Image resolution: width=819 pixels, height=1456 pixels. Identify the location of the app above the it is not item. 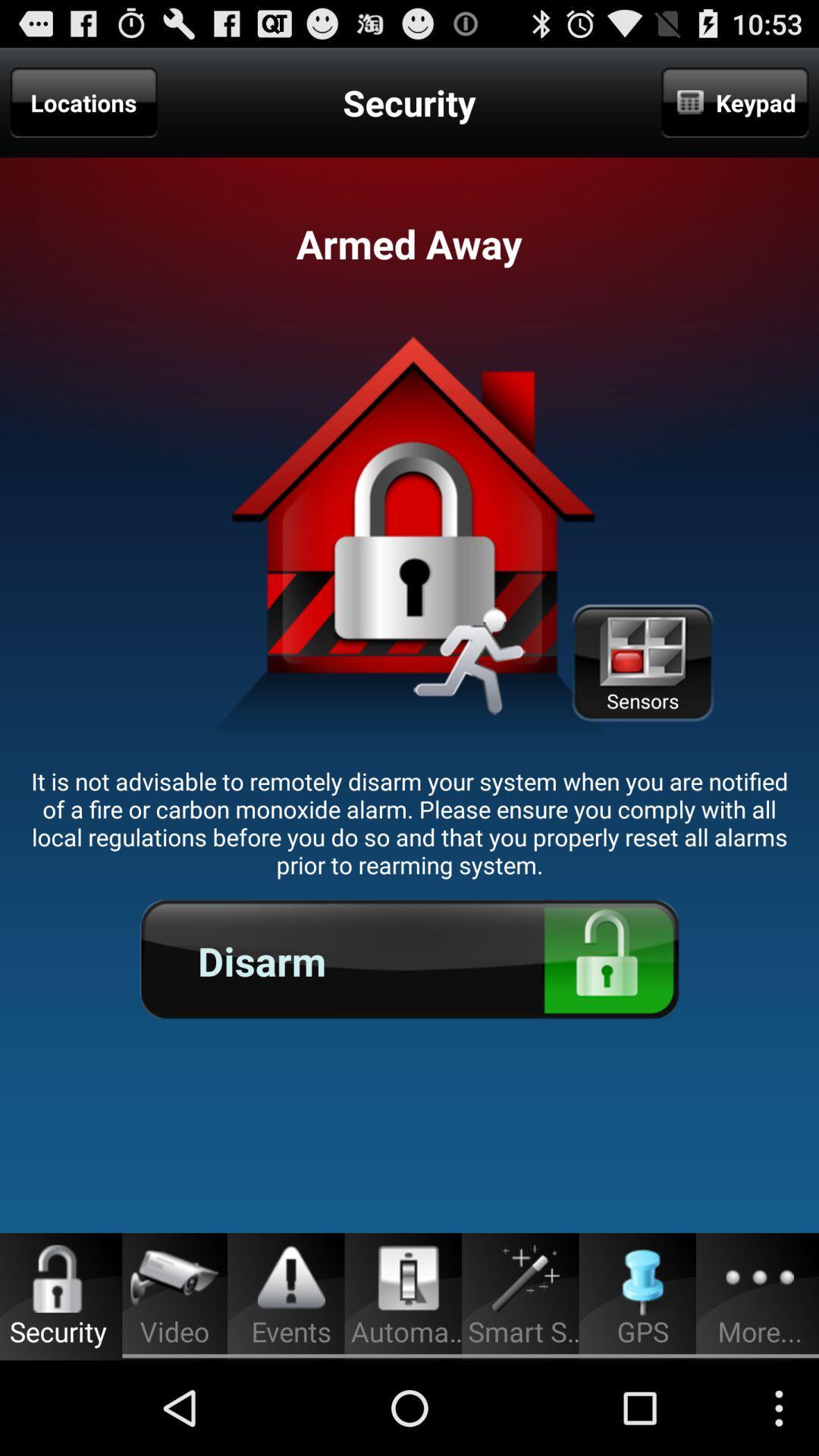
(83, 102).